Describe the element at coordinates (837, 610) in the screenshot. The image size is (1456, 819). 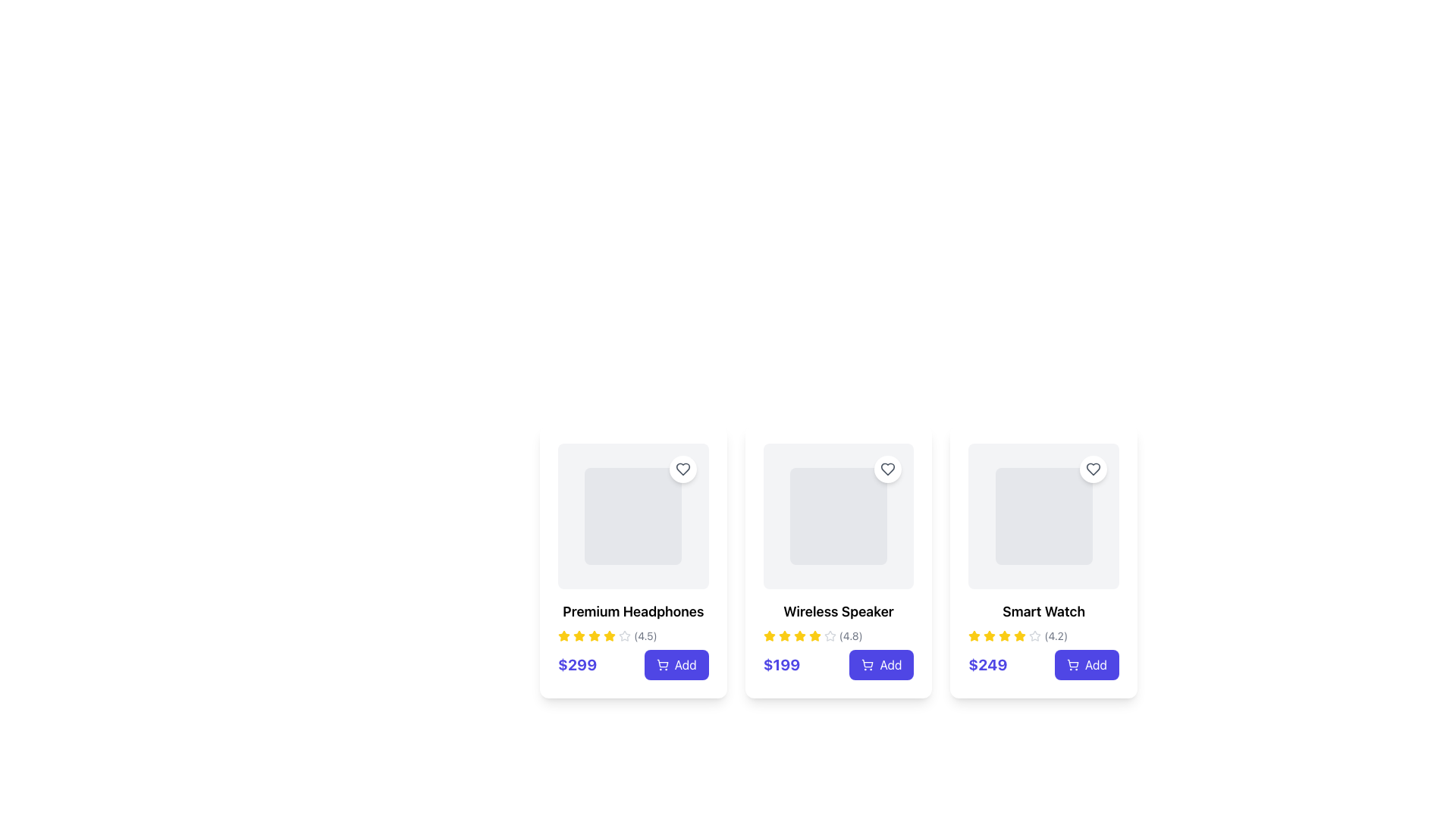
I see `the static text label which serves as the title of the product located in the second card of the horizontal product collection, positioned below the image placeholder and above the ratings and price elements` at that location.